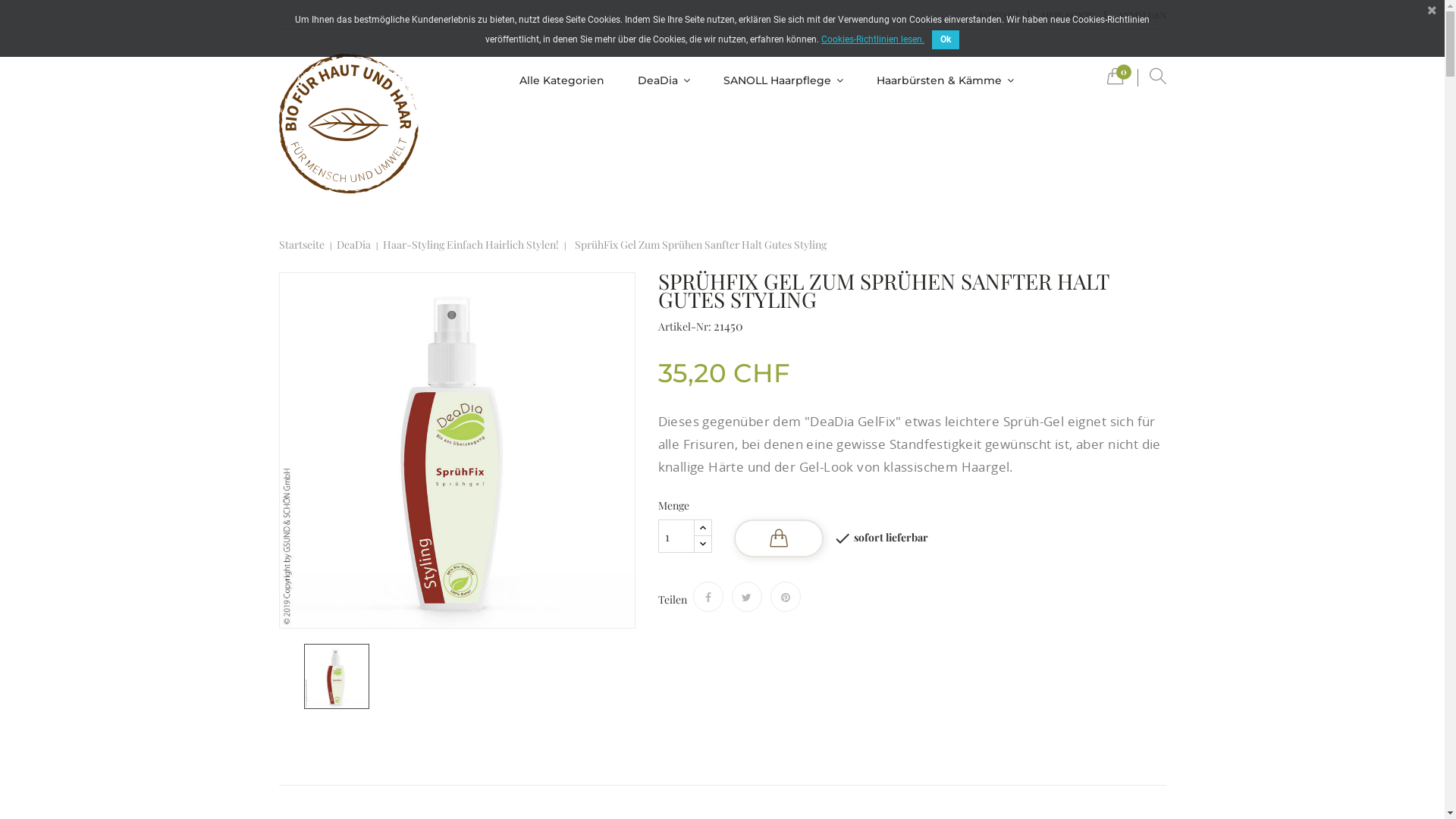  What do you see at coordinates (469, 244) in the screenshot?
I see `'Haar-Styling Einfach Hairlich Stylen!'` at bounding box center [469, 244].